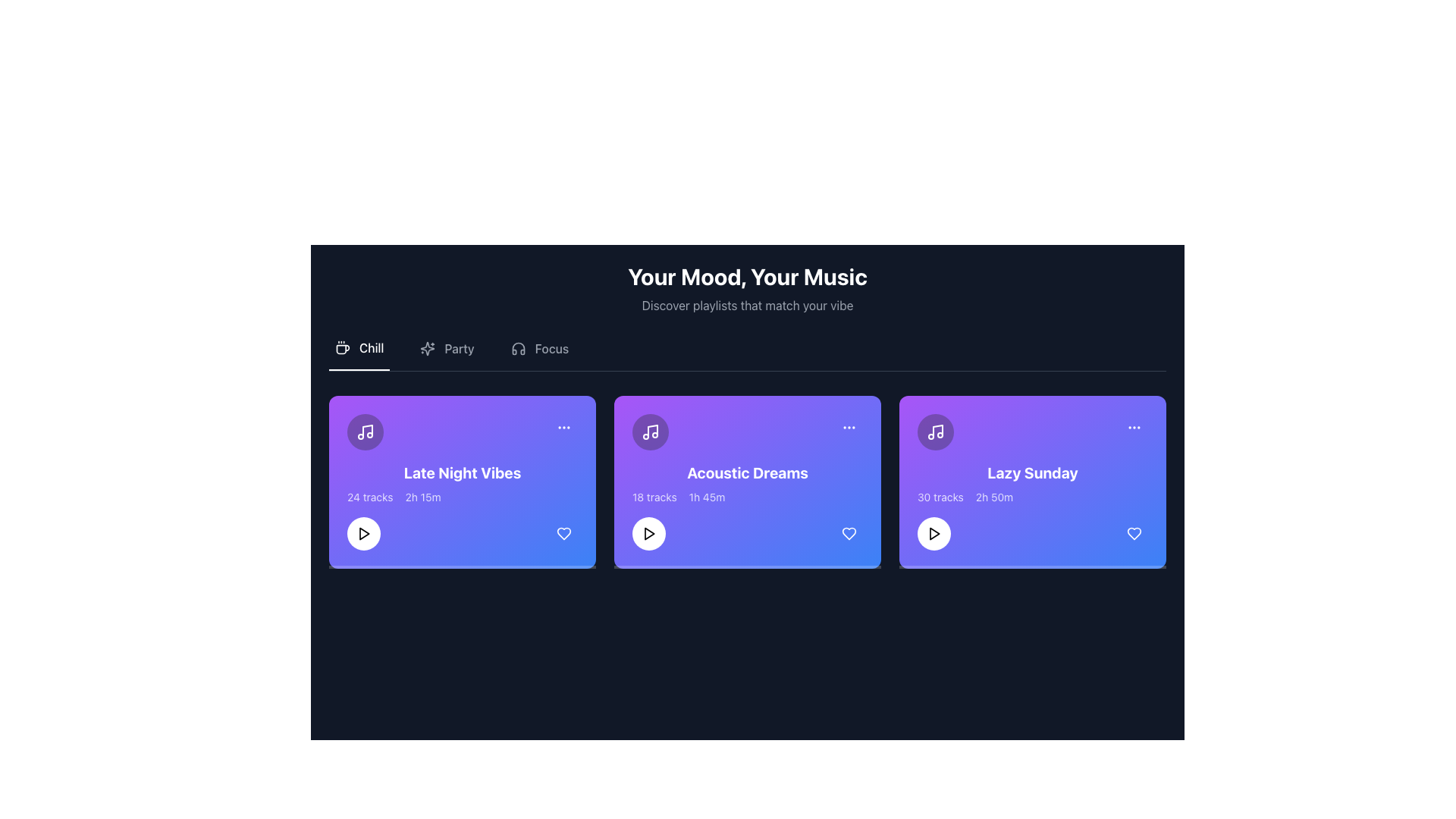 The height and width of the screenshot is (819, 1456). Describe the element at coordinates (848, 533) in the screenshot. I see `the heart-shaped icon located at the bottom-right corner of the 'Acoustic Dreams' playlist card to mark it as a favourite` at that location.